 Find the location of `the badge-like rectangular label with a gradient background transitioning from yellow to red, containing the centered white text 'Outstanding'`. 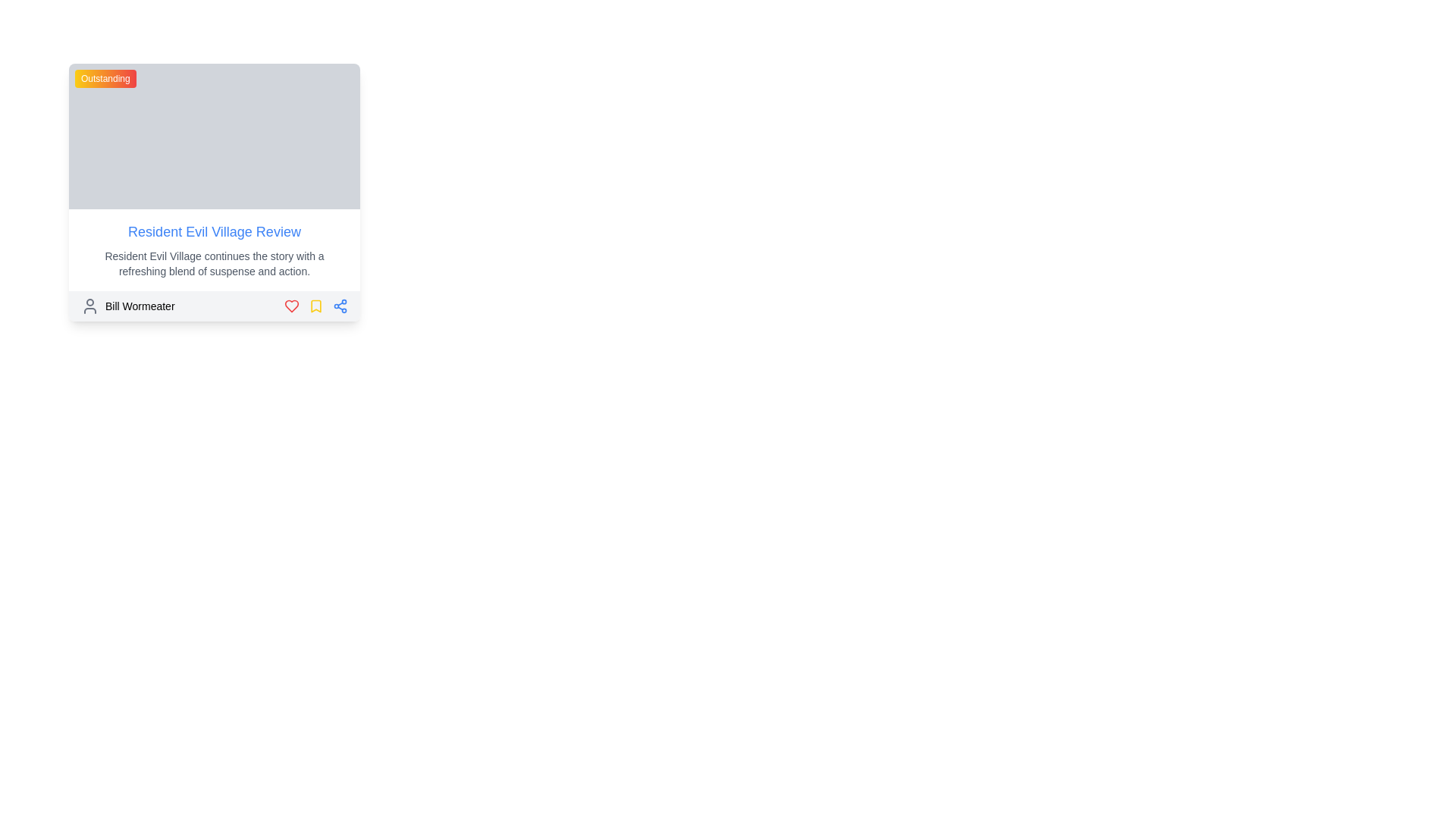

the badge-like rectangular label with a gradient background transitioning from yellow to red, containing the centered white text 'Outstanding' is located at coordinates (105, 79).